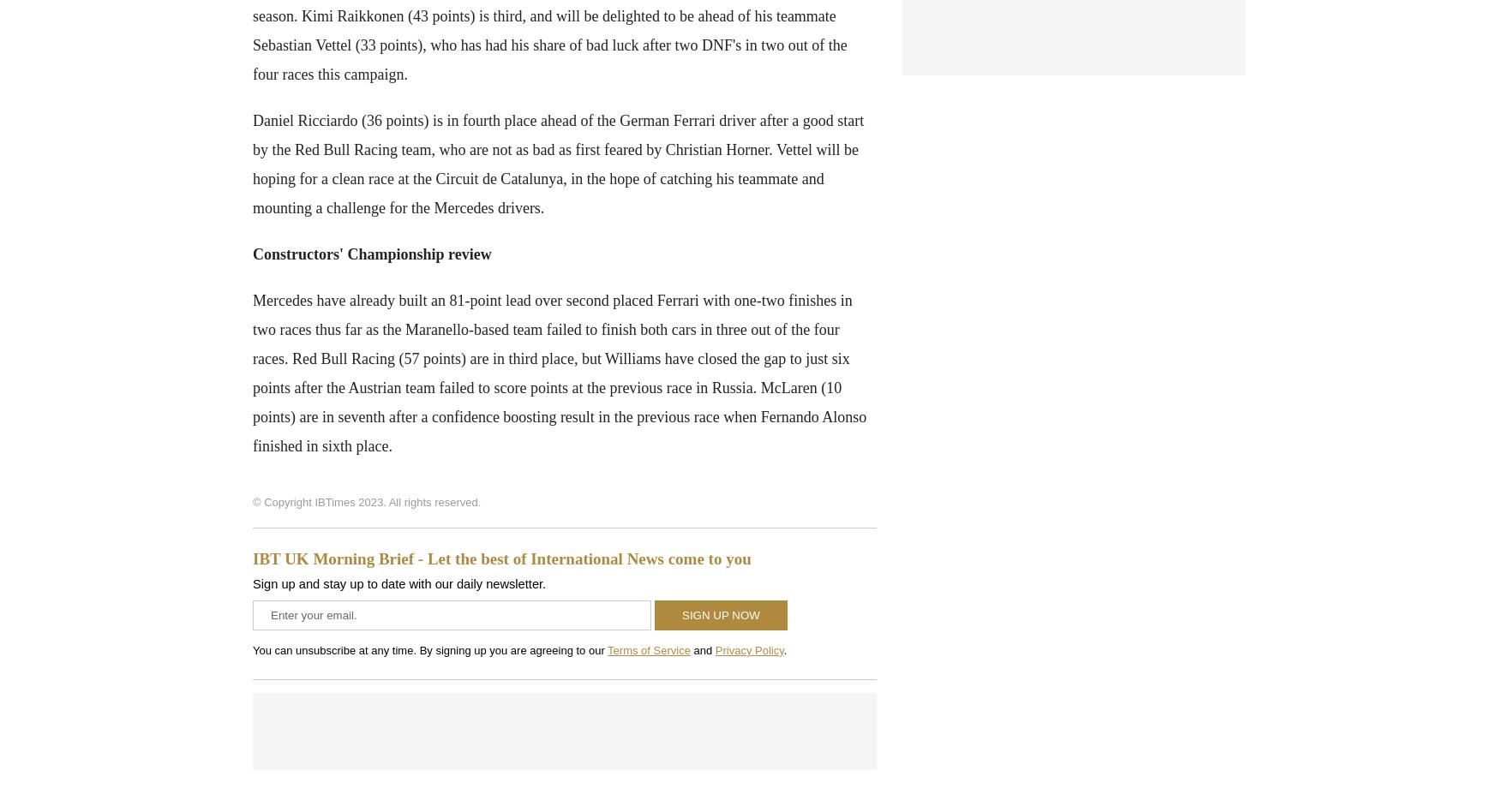 This screenshot has height=812, width=1498. I want to click on 'Mercedes have already built an 81-point lead over second placed Ferrari with one-two finishes in two races thus far as the Maranello-based team failed to finish both cars in three out of the four races. Red Bull Racing (57 points) are in third place, but Williams have closed the gap to just six points after the Austrian team failed to score points at the previous race in Russia. McLaren (10 points) are in seventh after a confidence boosting result in the previous race when Fernando Alonso finished in sixth place.', so click(559, 372).